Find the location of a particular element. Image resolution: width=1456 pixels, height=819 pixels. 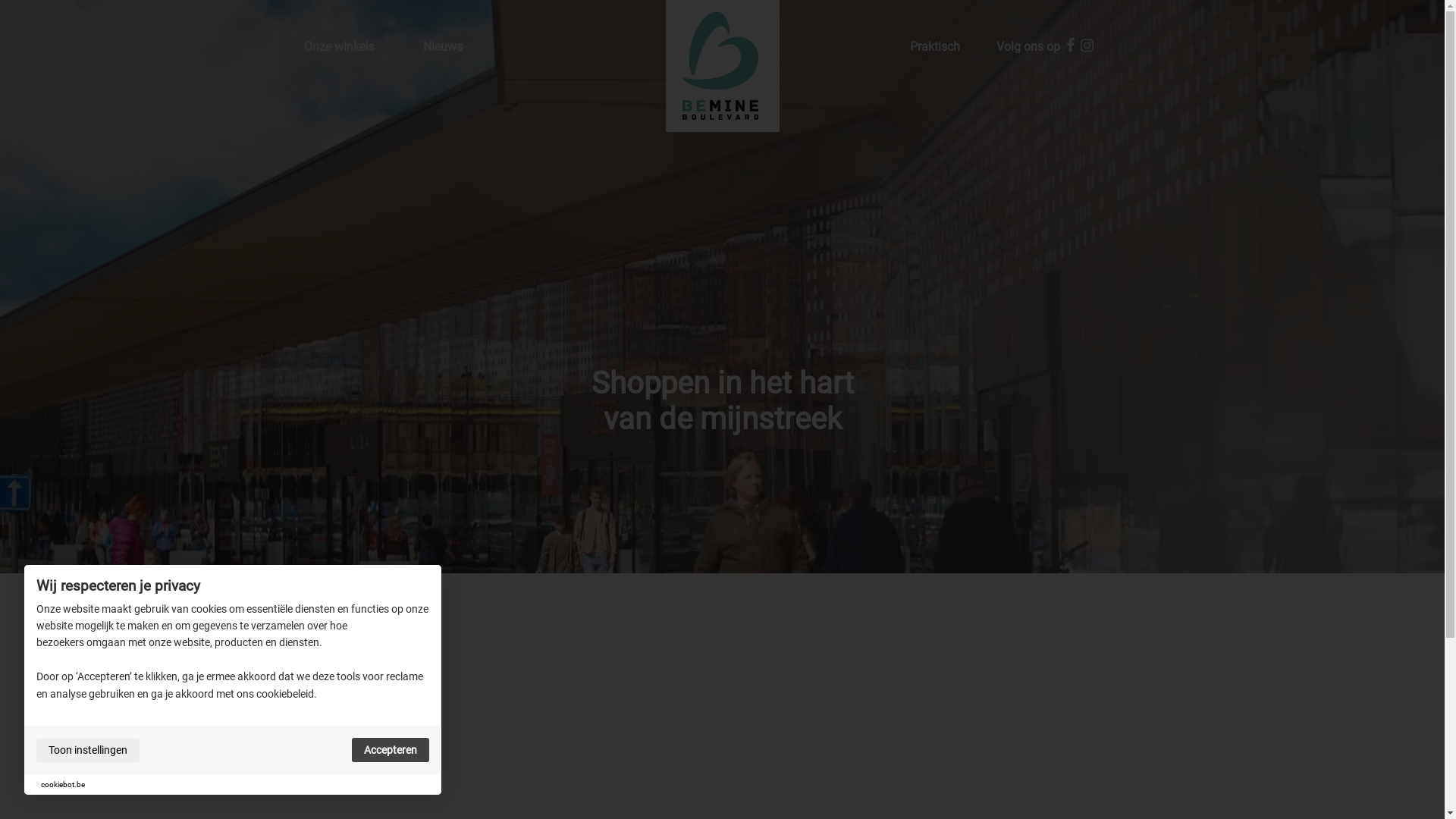

'Facebook' is located at coordinates (1069, 45).